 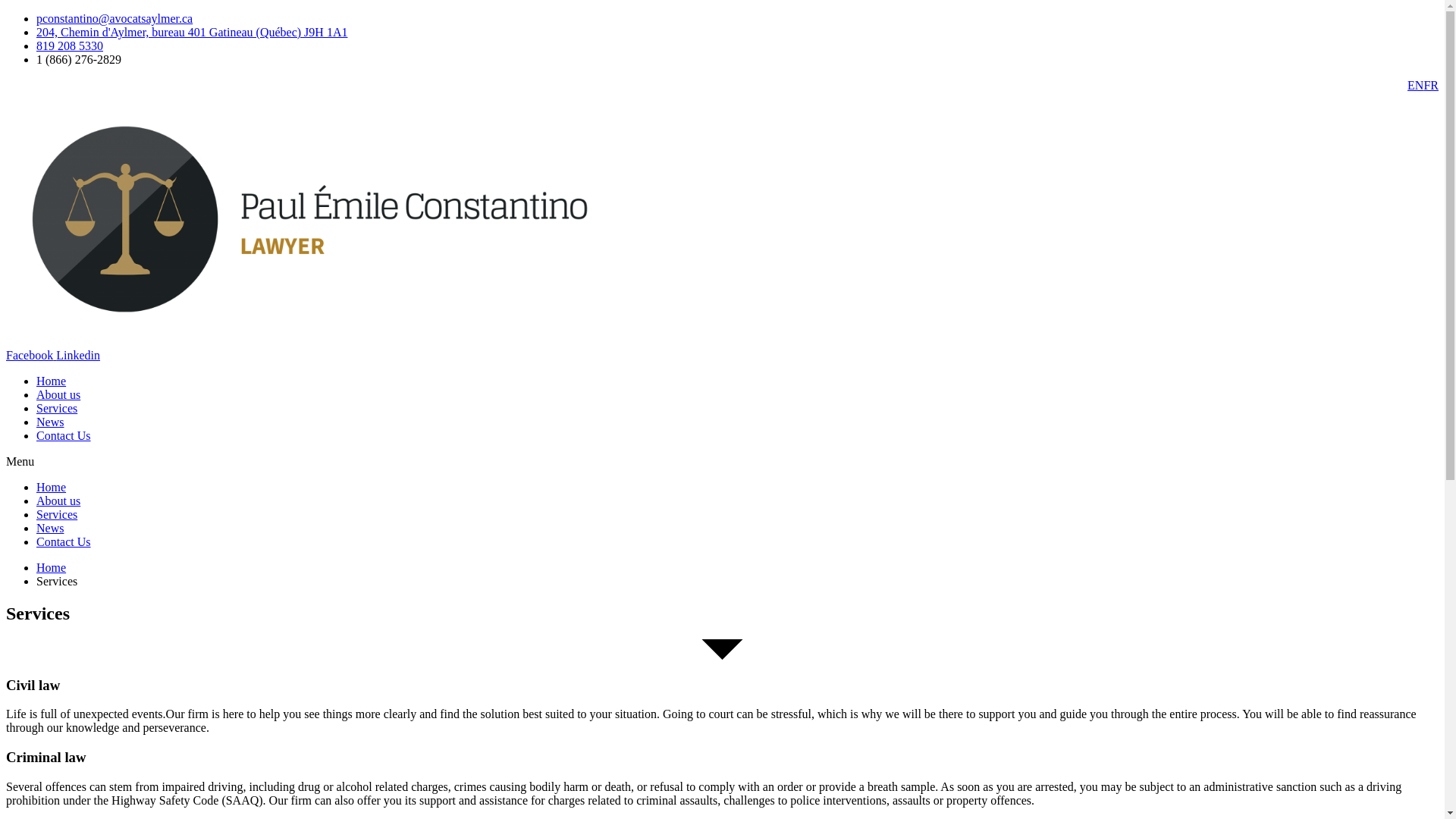 I want to click on 'Facebook', so click(x=6, y=355).